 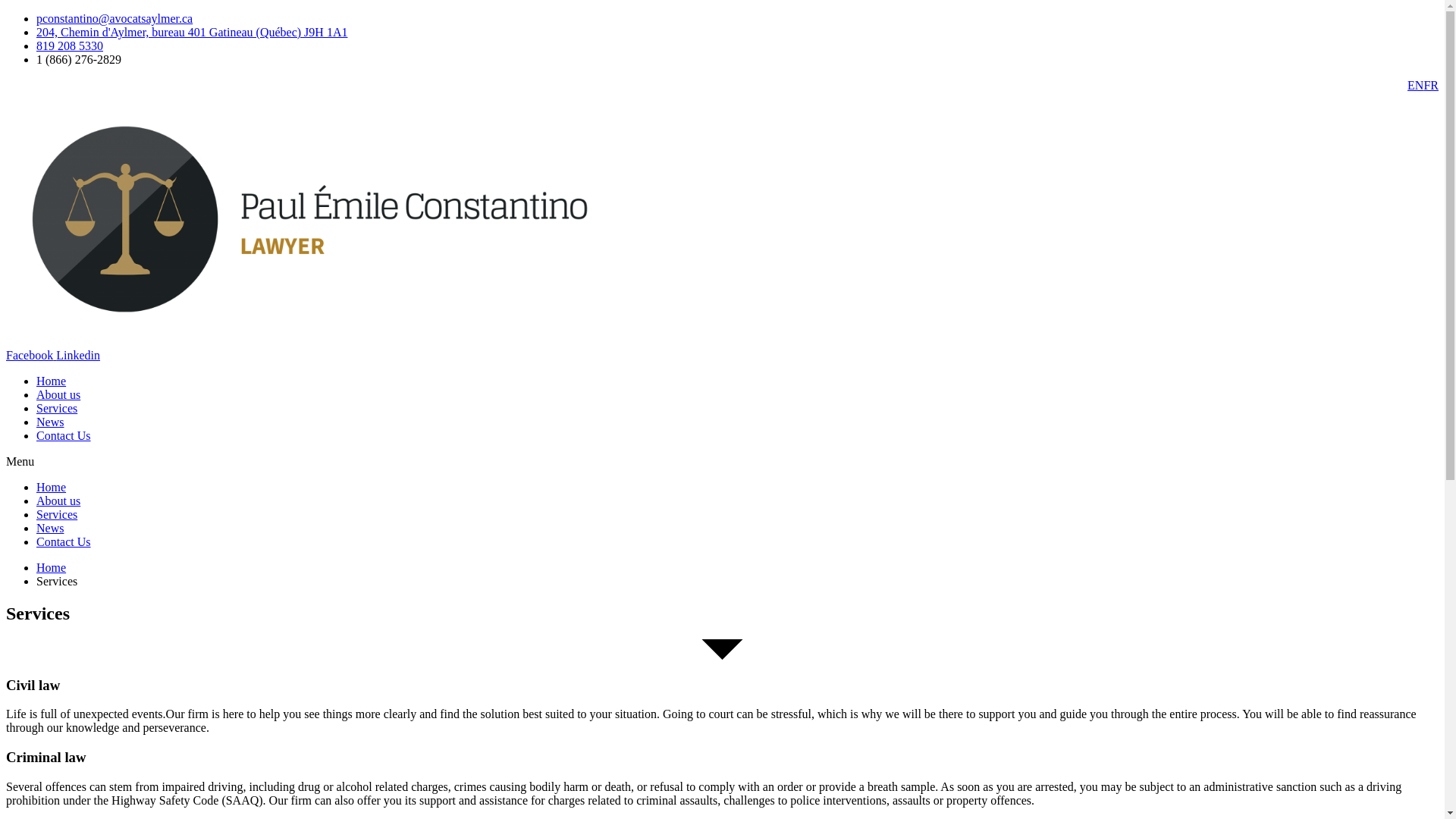 I want to click on 'Facebook', so click(x=6, y=355).